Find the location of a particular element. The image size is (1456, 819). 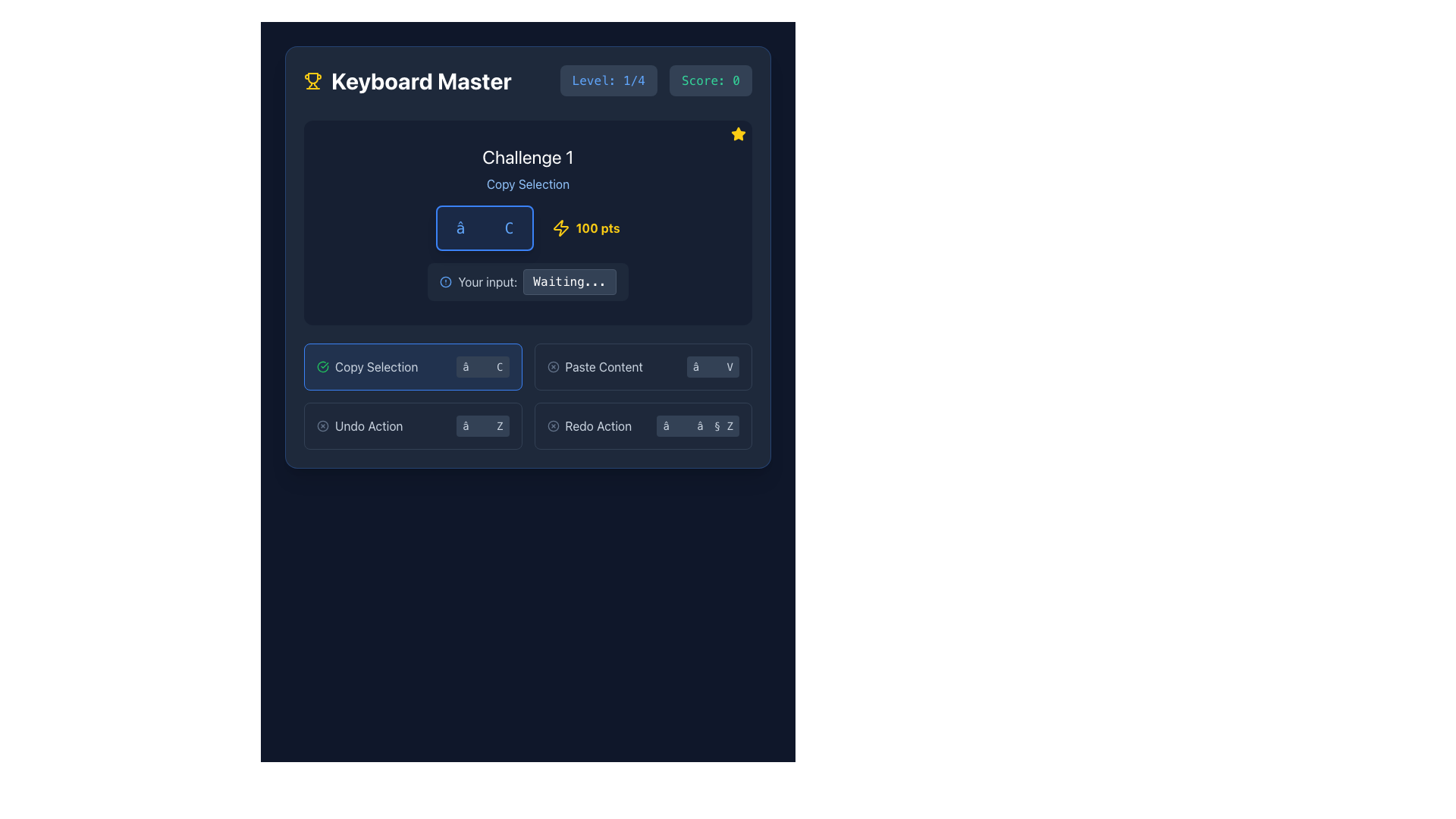

the keyboard shortcut indicator labeled '⌘ C' located under the 'Challenge 1' heading, above the function buttons for 'Copy Selection', 'Paste Content', 'Undo Action', and 'Redo Action' is located at coordinates (484, 227).